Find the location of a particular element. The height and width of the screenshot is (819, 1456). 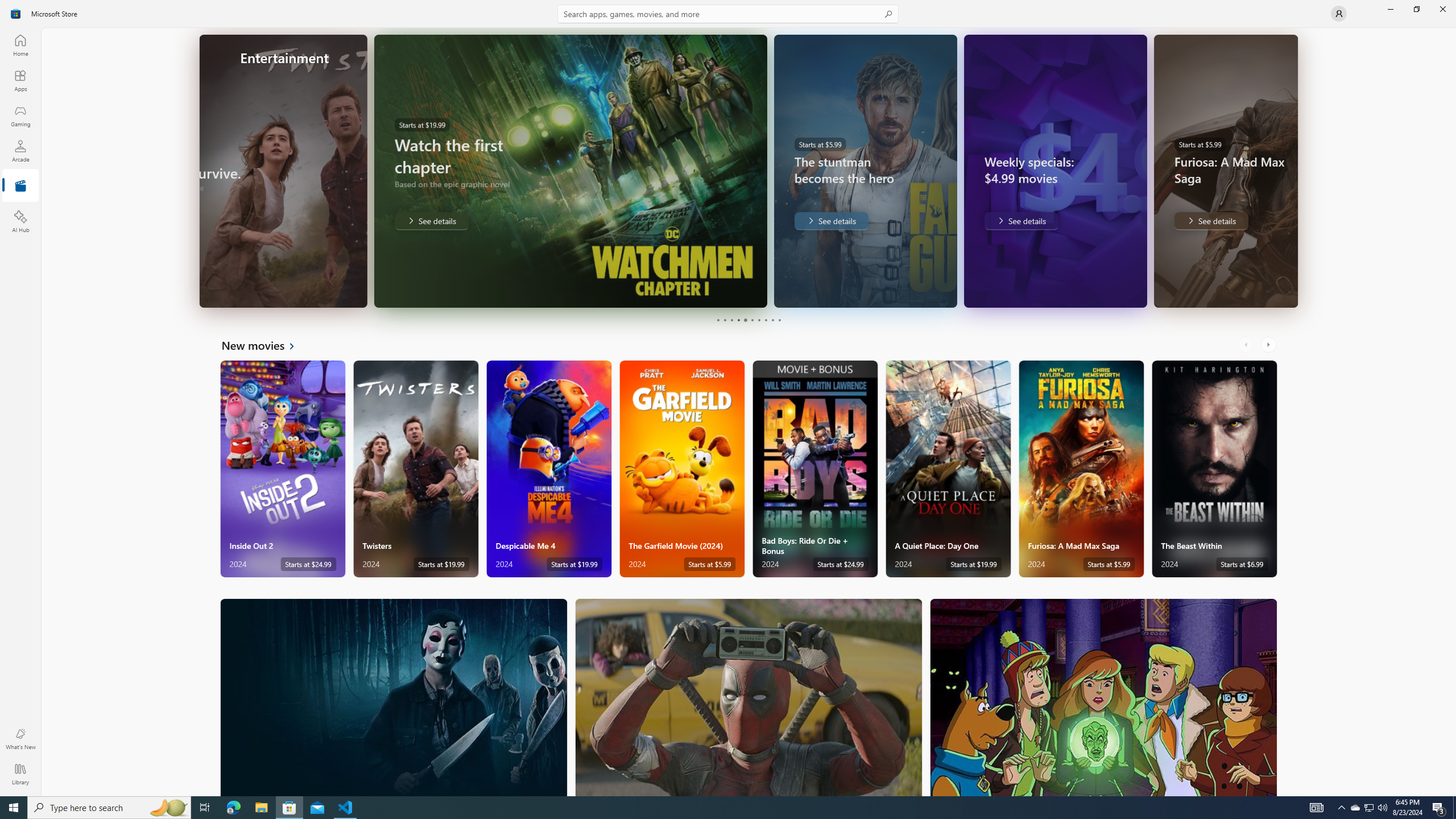

'Gaming' is located at coordinates (19, 115).